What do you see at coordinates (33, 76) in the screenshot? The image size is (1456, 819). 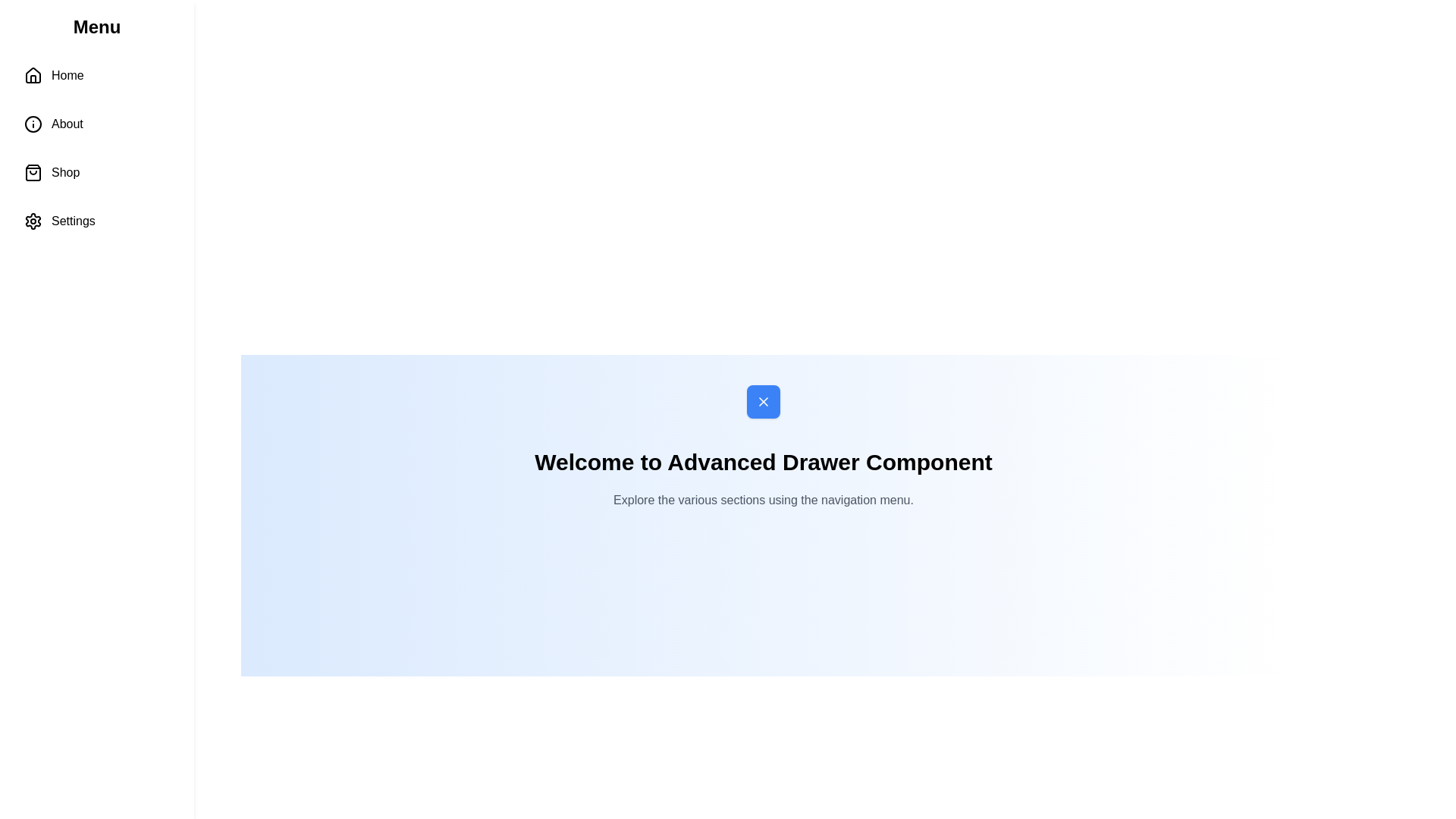 I see `the house-shaped icon in the 'Home' menu of the vertical navigation bar, which is the leftmost component next to the text 'Home'` at bounding box center [33, 76].